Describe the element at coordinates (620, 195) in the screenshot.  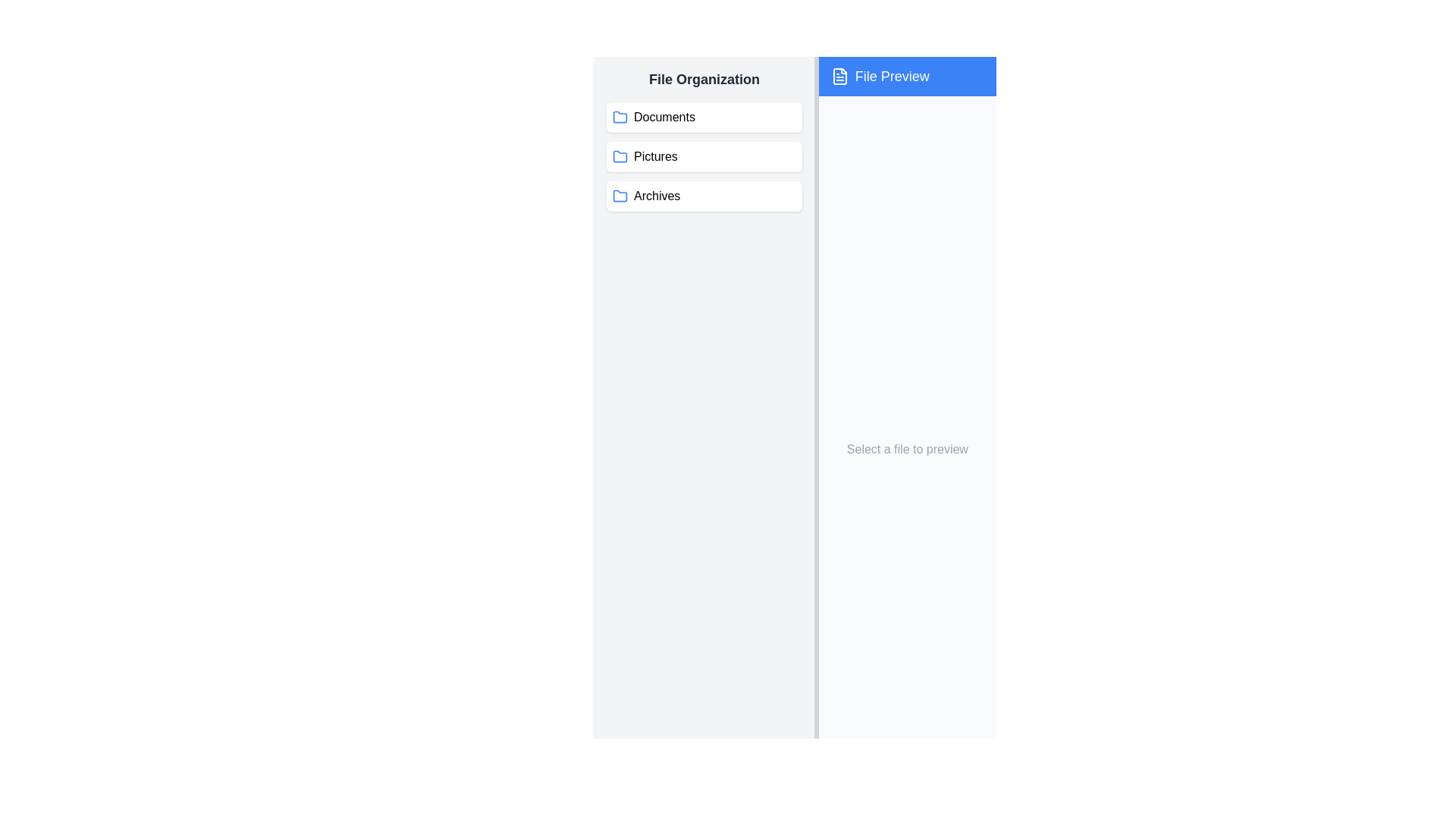
I see `the third folder icon labeled 'Archives' in the list under 'File Organization'` at that location.